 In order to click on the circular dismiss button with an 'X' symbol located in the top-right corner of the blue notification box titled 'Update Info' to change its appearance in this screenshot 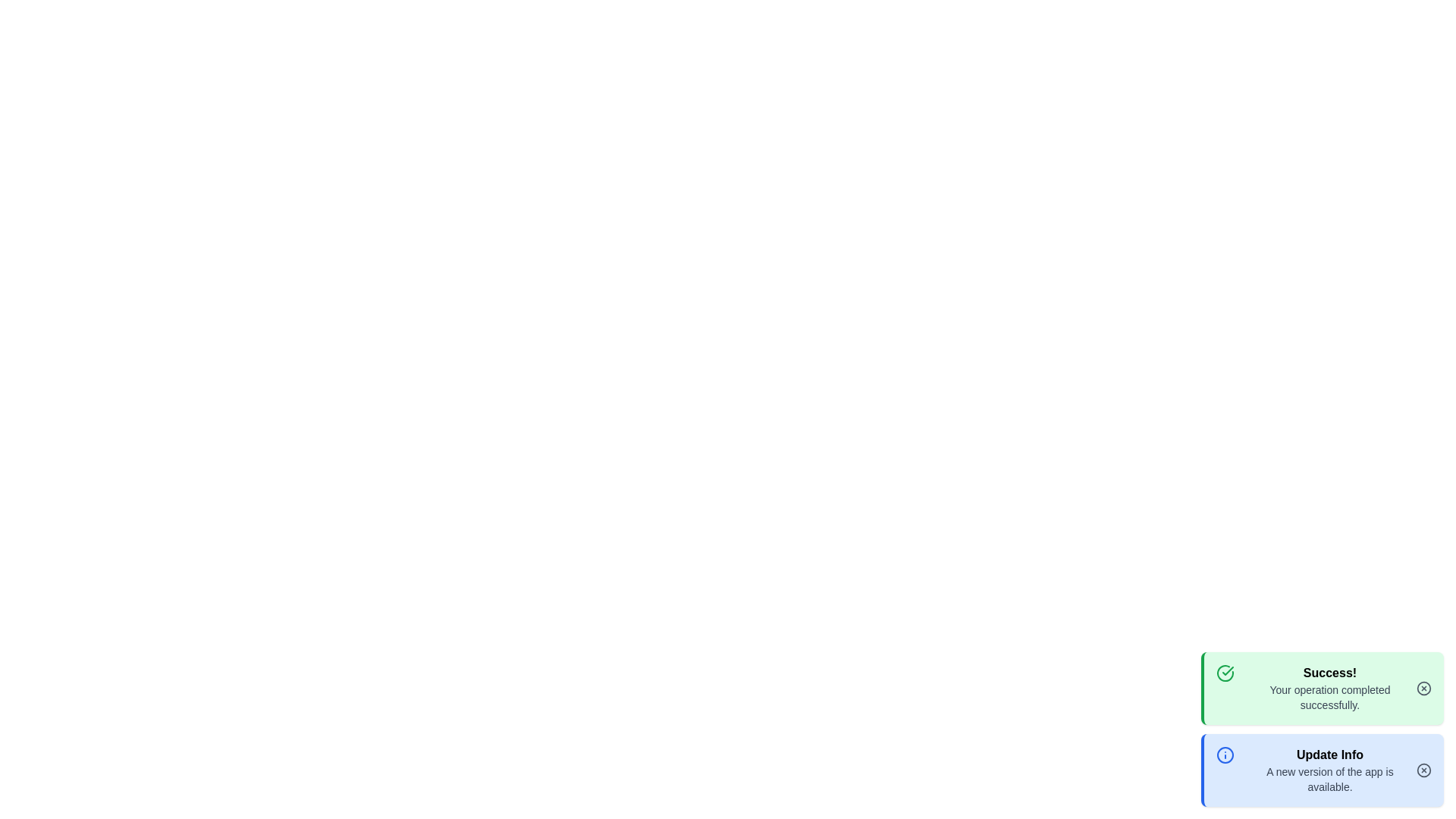, I will do `click(1423, 770)`.